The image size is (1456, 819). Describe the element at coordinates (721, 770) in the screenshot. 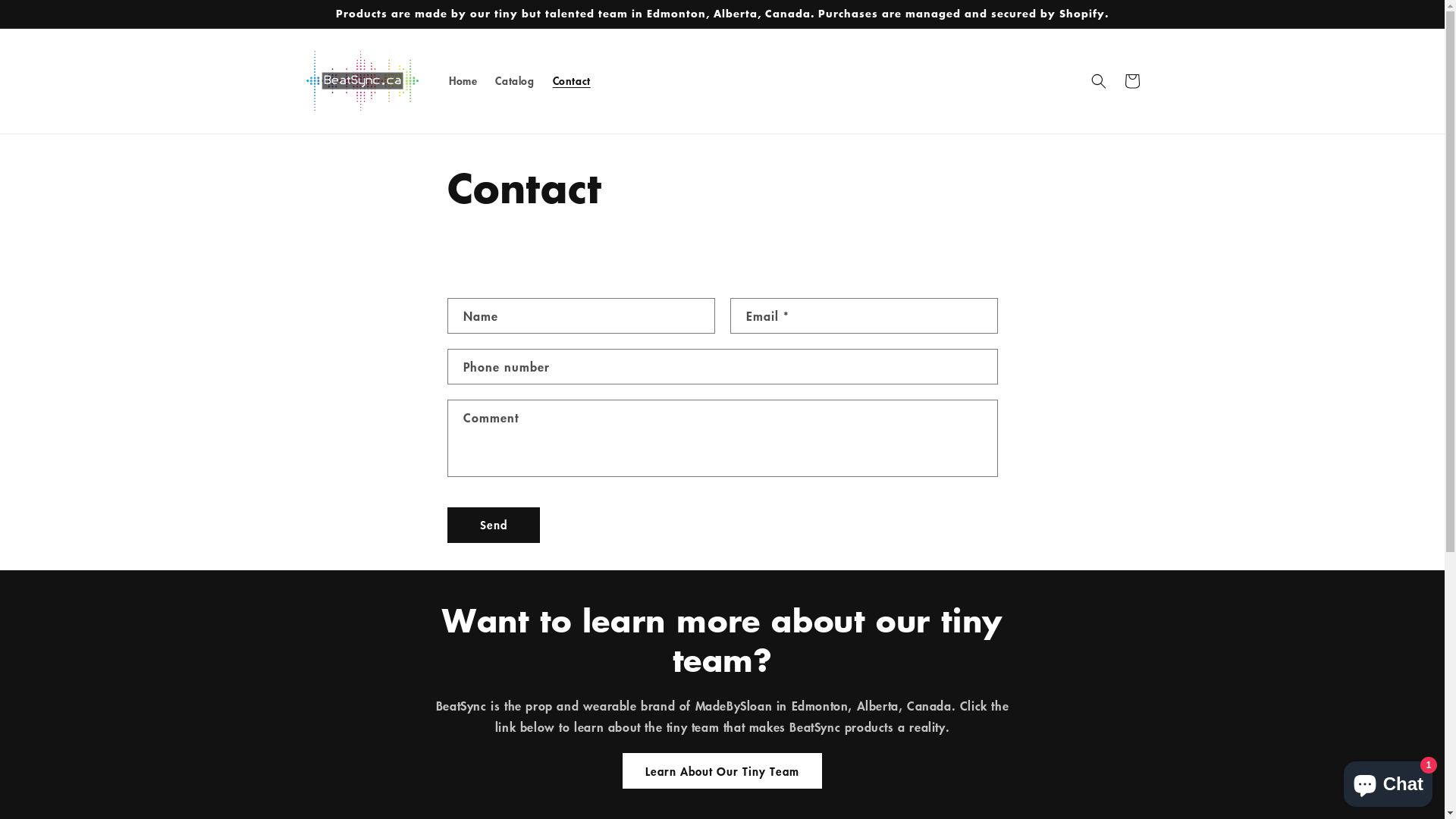

I see `'Learn About Our Tiny Team'` at that location.